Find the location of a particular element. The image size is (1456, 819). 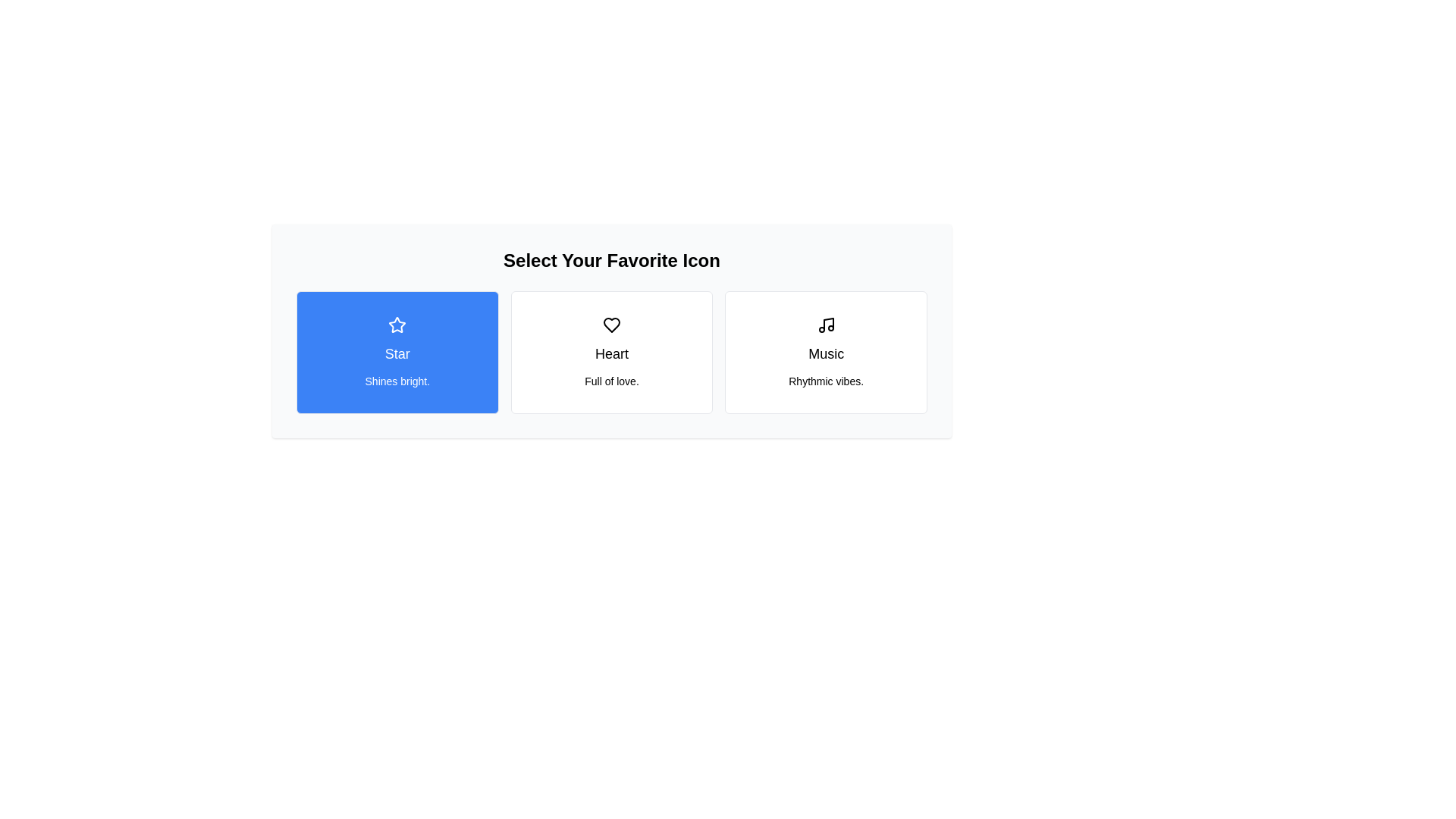

text label that displays the title of the card indicating its content theme, located beneath the music note icon and above the description 'Rhythmic vibes.' in the rightmost card of a horizontally arranged set of three cards is located at coordinates (825, 353).